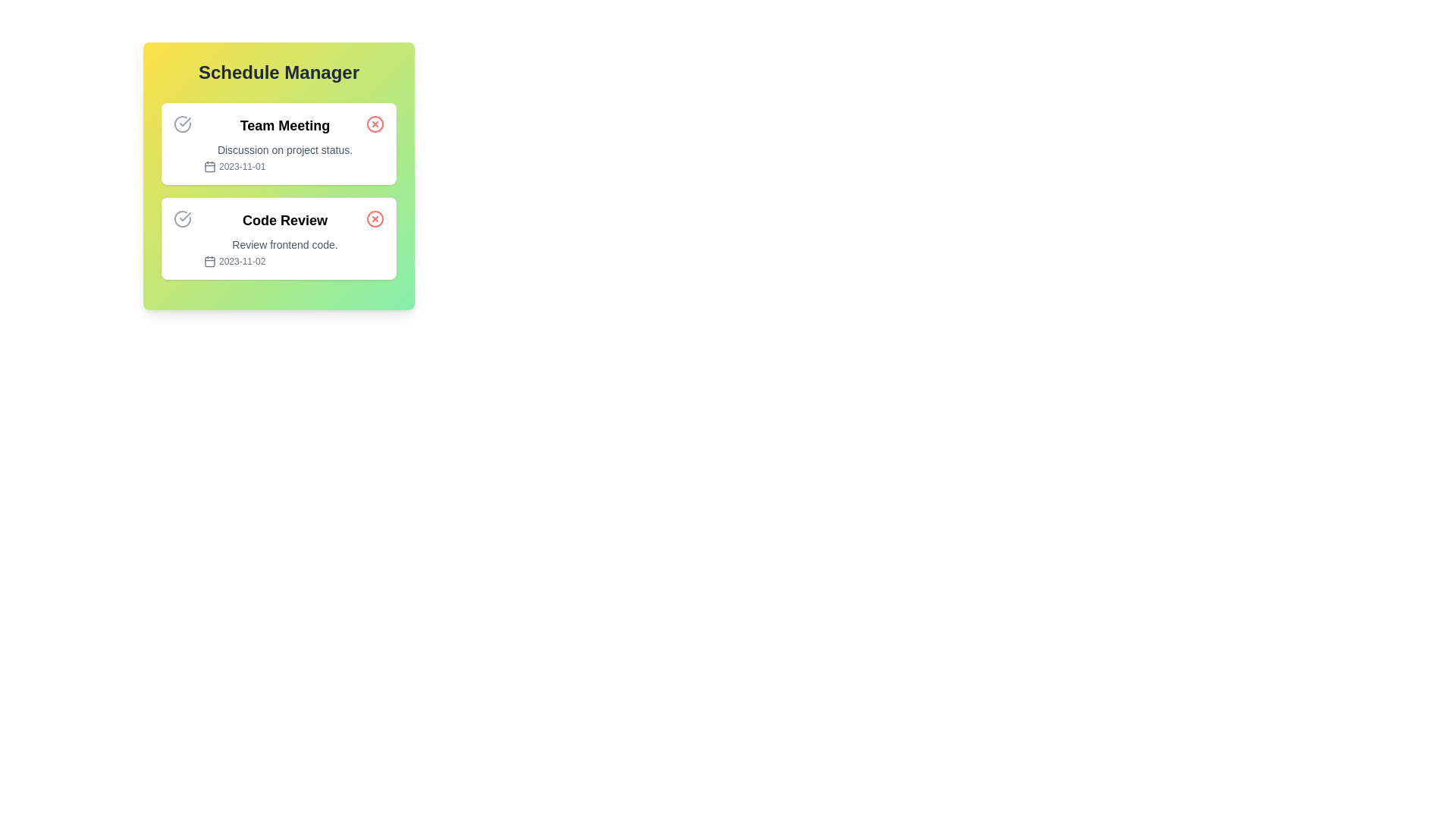 Image resolution: width=1456 pixels, height=819 pixels. I want to click on the checkmark icon on the left side of the 'Team Meeting' event card in the 'Schedule Manager' interface, so click(184, 216).